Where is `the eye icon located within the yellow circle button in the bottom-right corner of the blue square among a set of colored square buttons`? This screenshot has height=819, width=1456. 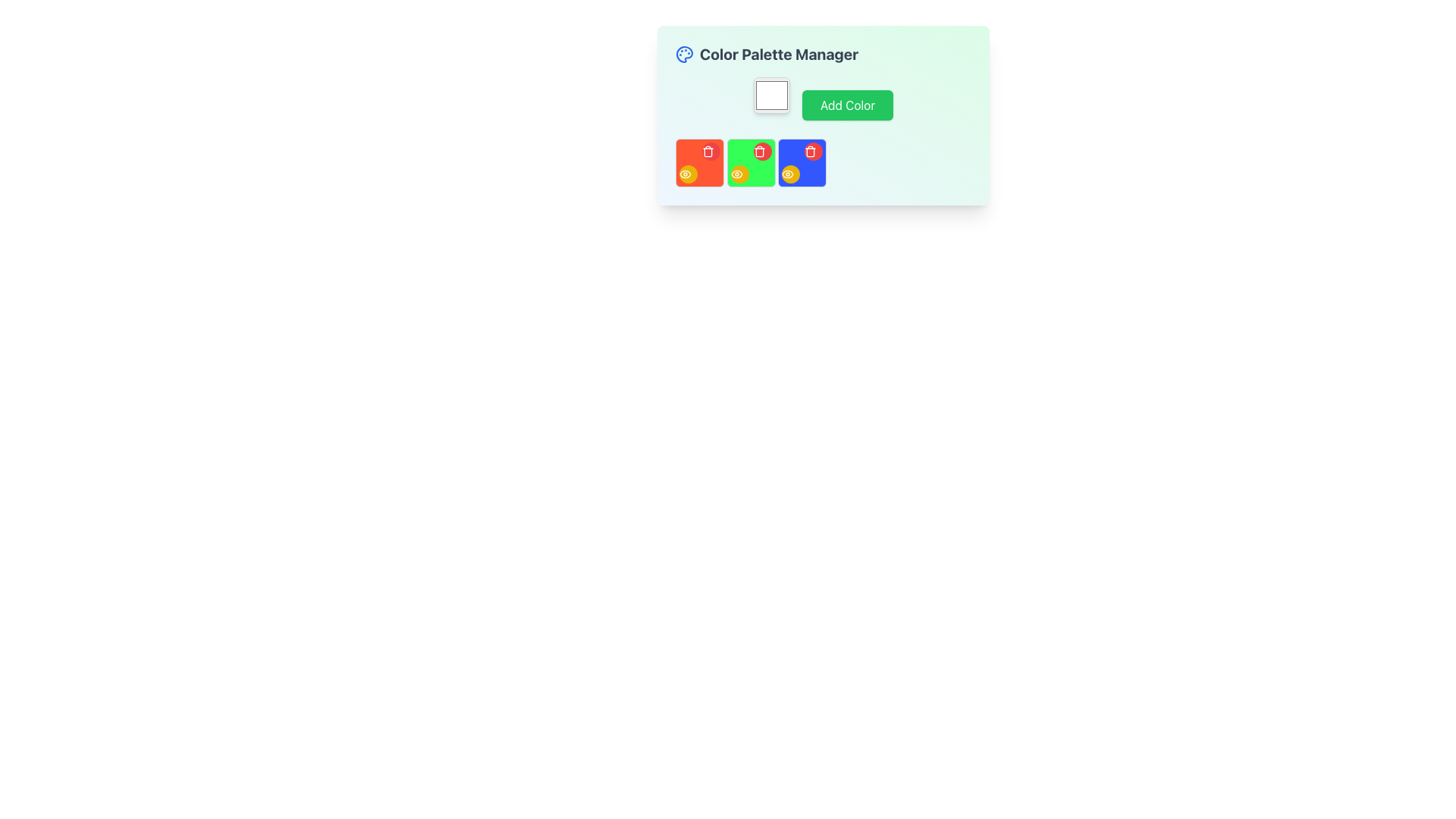
the eye icon located within the yellow circle button in the bottom-right corner of the blue square among a set of colored square buttons is located at coordinates (787, 174).